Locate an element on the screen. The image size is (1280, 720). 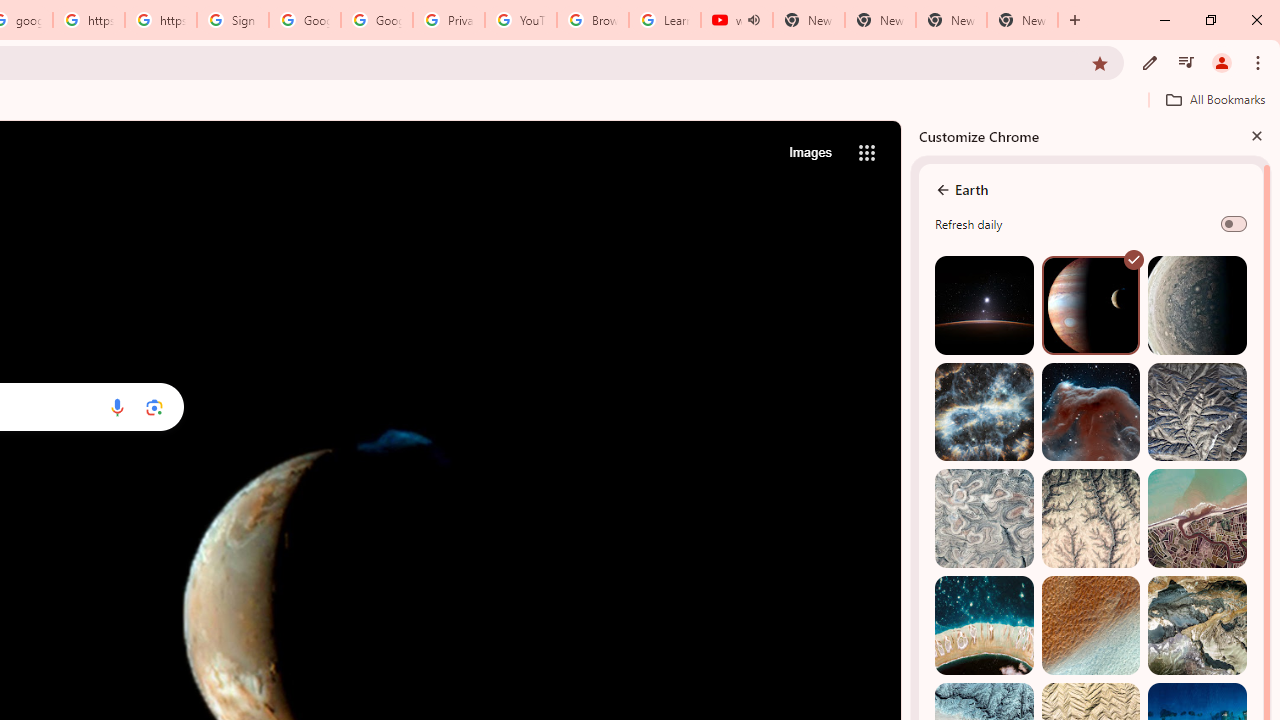
'Trarza, Mauritania' is located at coordinates (1089, 624).